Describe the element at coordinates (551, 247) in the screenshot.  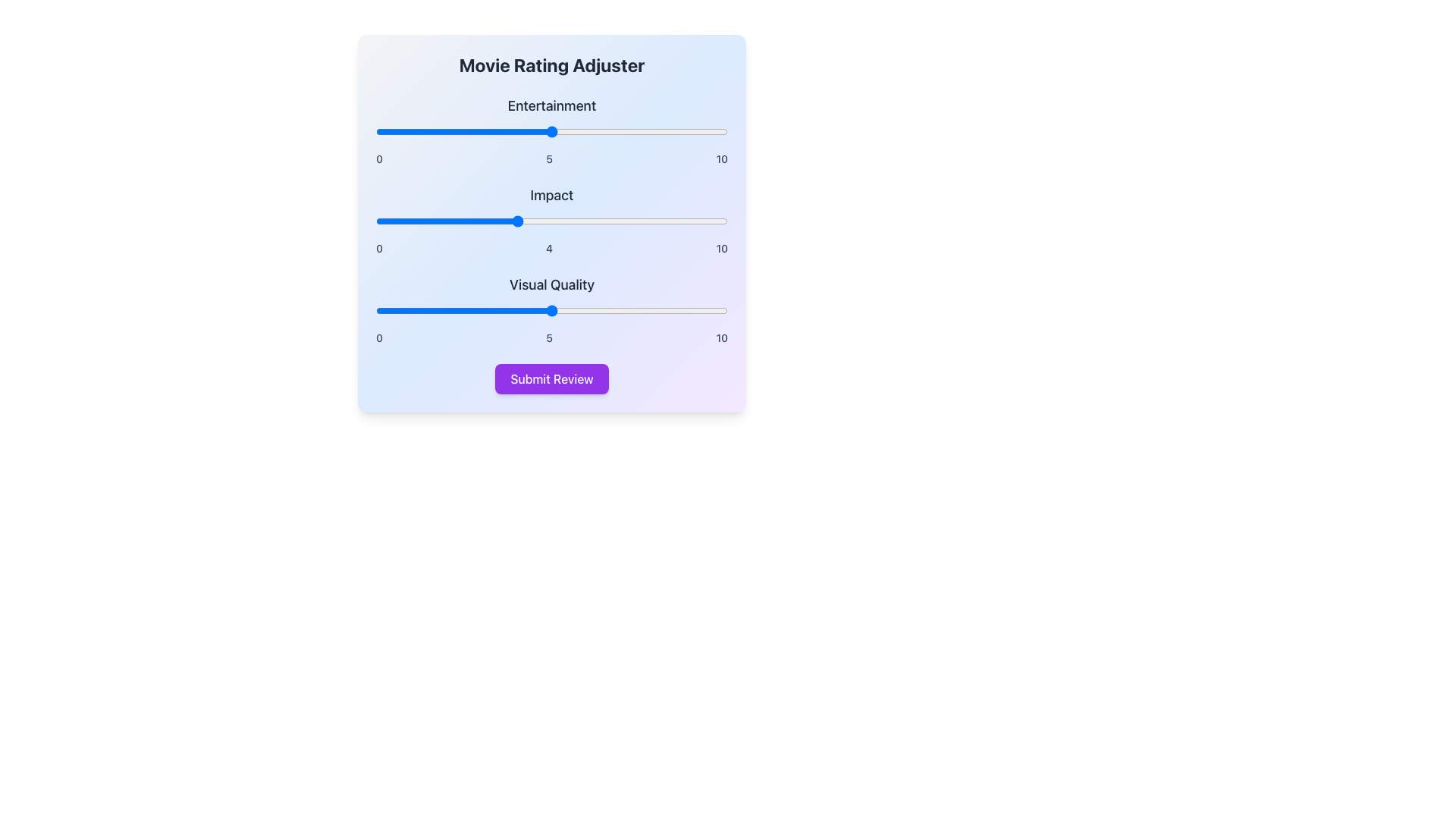
I see `the text label displaying the number '0410', which is located below the 'Impact' slider component and consists of the digits '0', '4', and '10' spaced apart horizontally` at that location.